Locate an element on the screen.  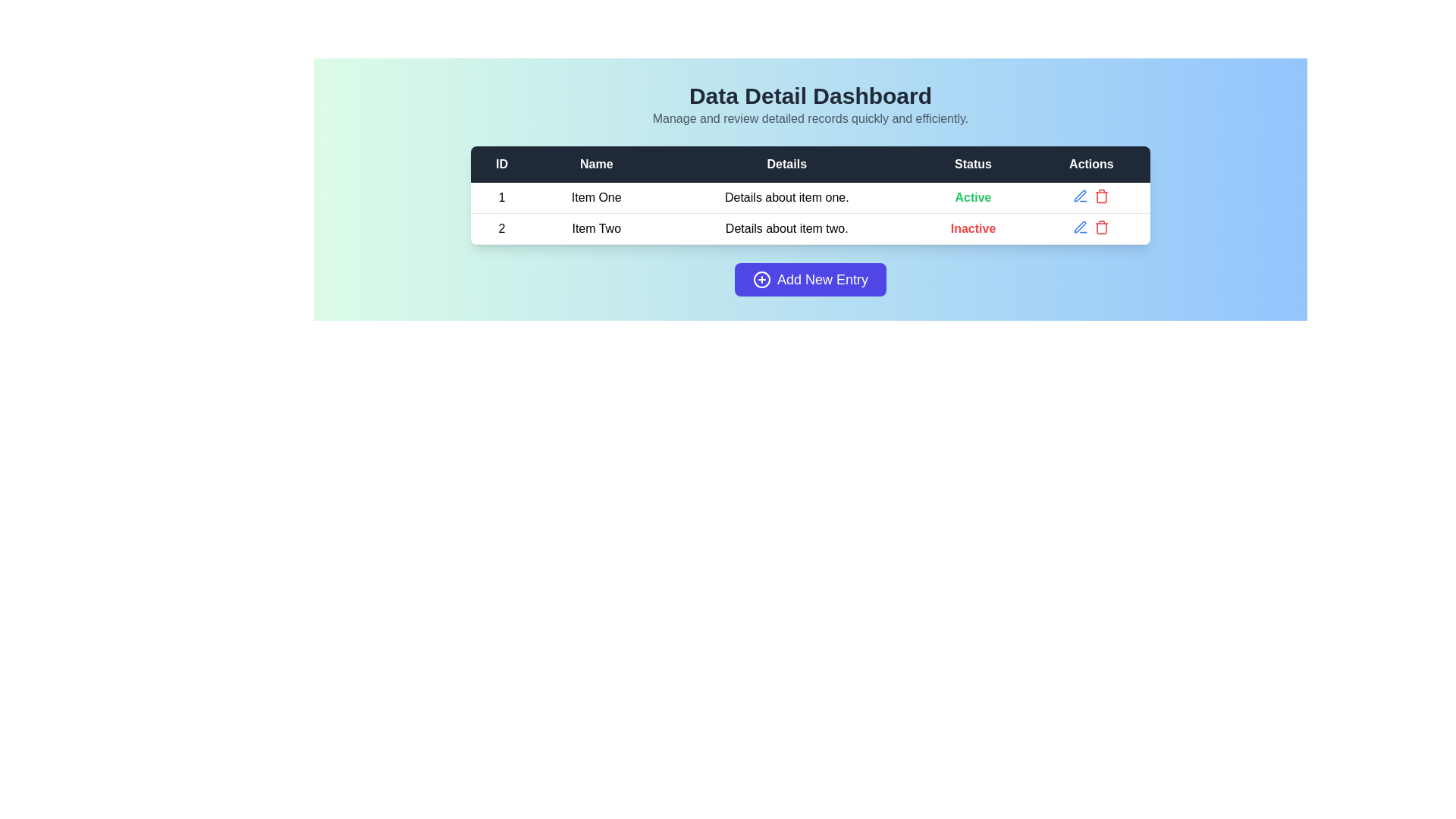
the Text Header displaying 'Data Detail Dashboard' at the top-center of the interface is located at coordinates (810, 96).